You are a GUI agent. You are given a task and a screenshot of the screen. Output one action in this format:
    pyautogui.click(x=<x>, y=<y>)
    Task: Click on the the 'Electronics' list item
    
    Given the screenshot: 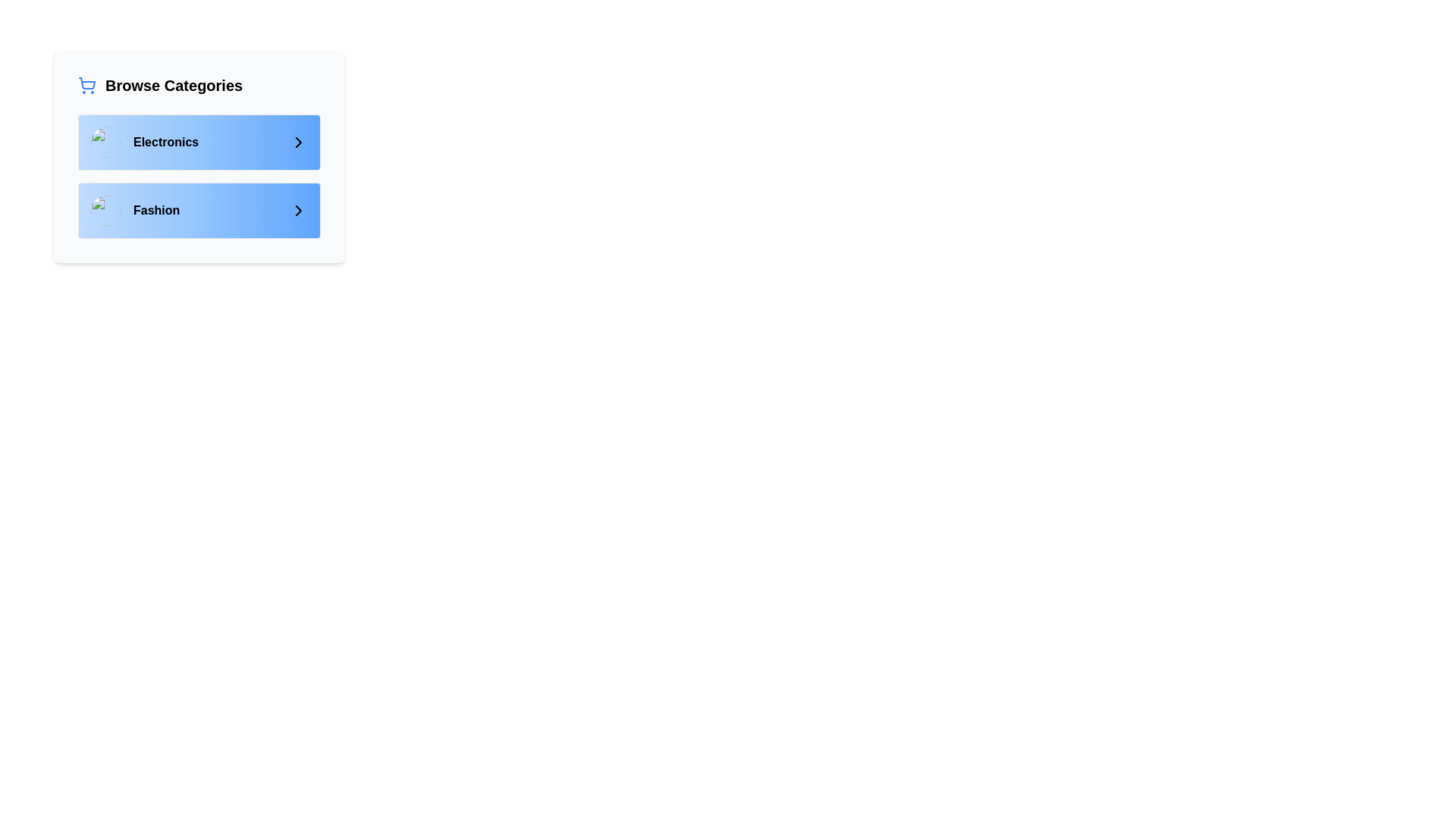 What is the action you would take?
    pyautogui.click(x=199, y=143)
    